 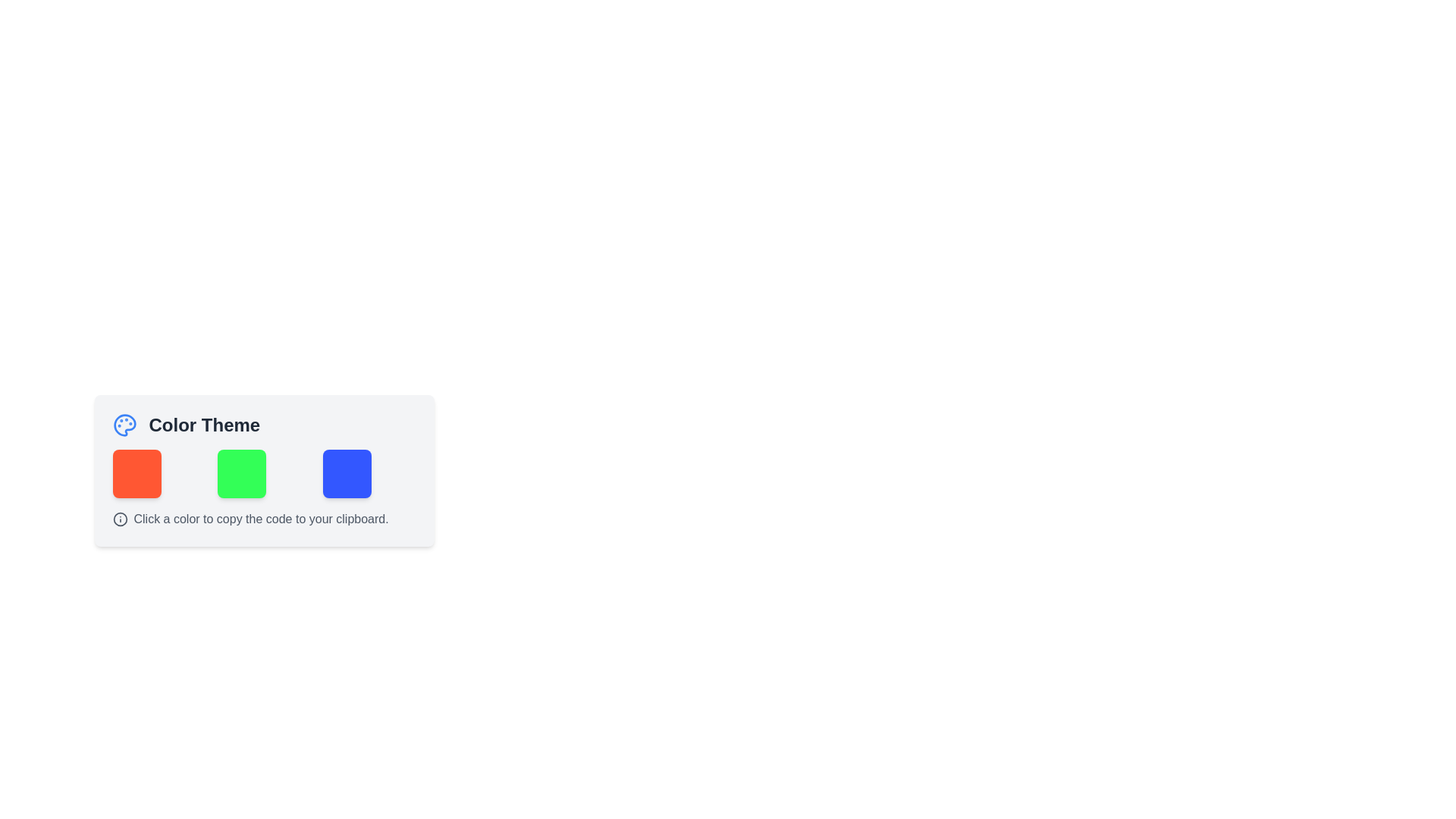 I want to click on the green Interactive Color Box with rounded borders and shadow effect, so click(x=241, y=472).